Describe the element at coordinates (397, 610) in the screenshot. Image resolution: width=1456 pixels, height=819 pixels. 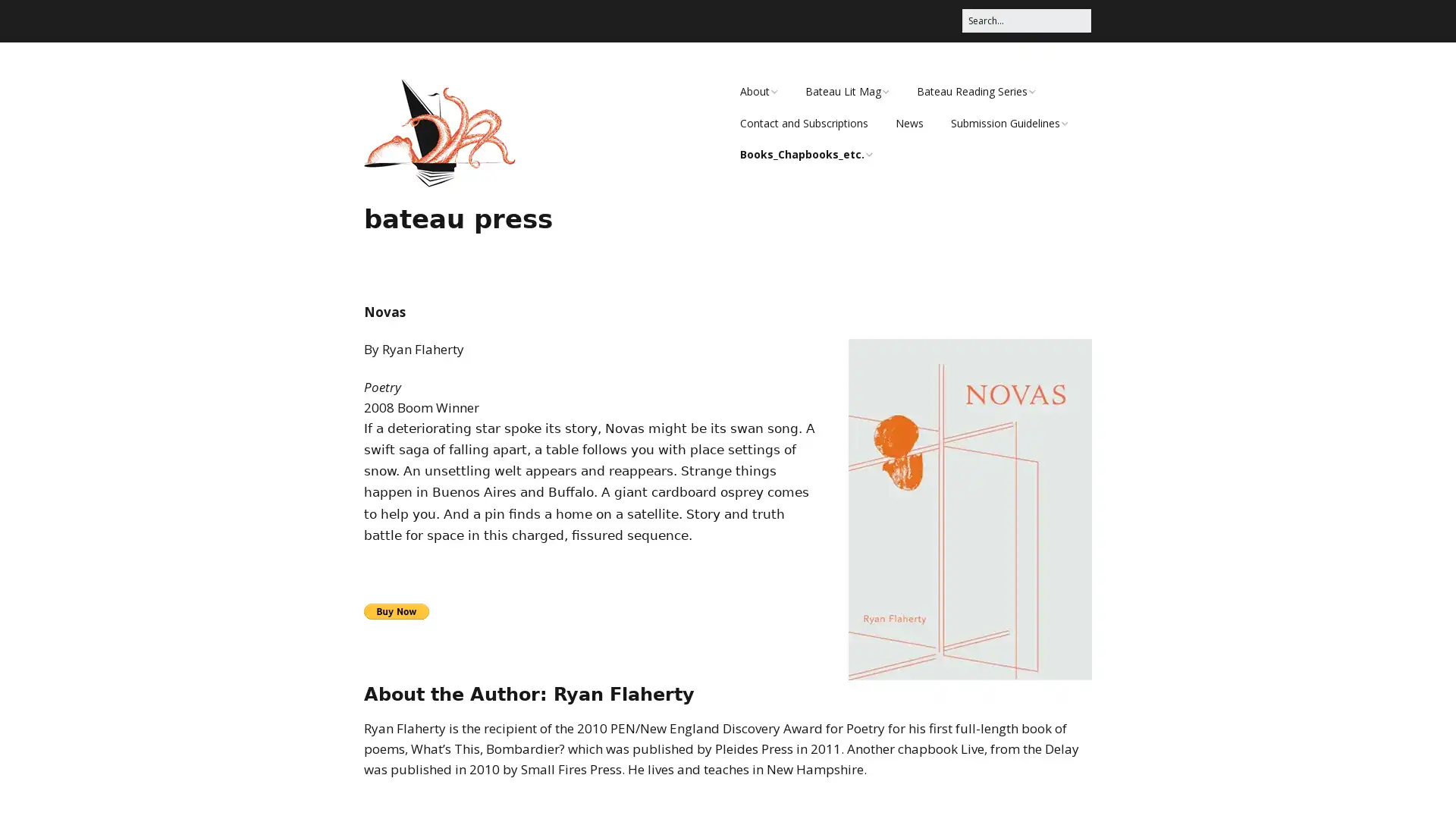
I see `PayPal - The safer, easier way to pay online!` at that location.